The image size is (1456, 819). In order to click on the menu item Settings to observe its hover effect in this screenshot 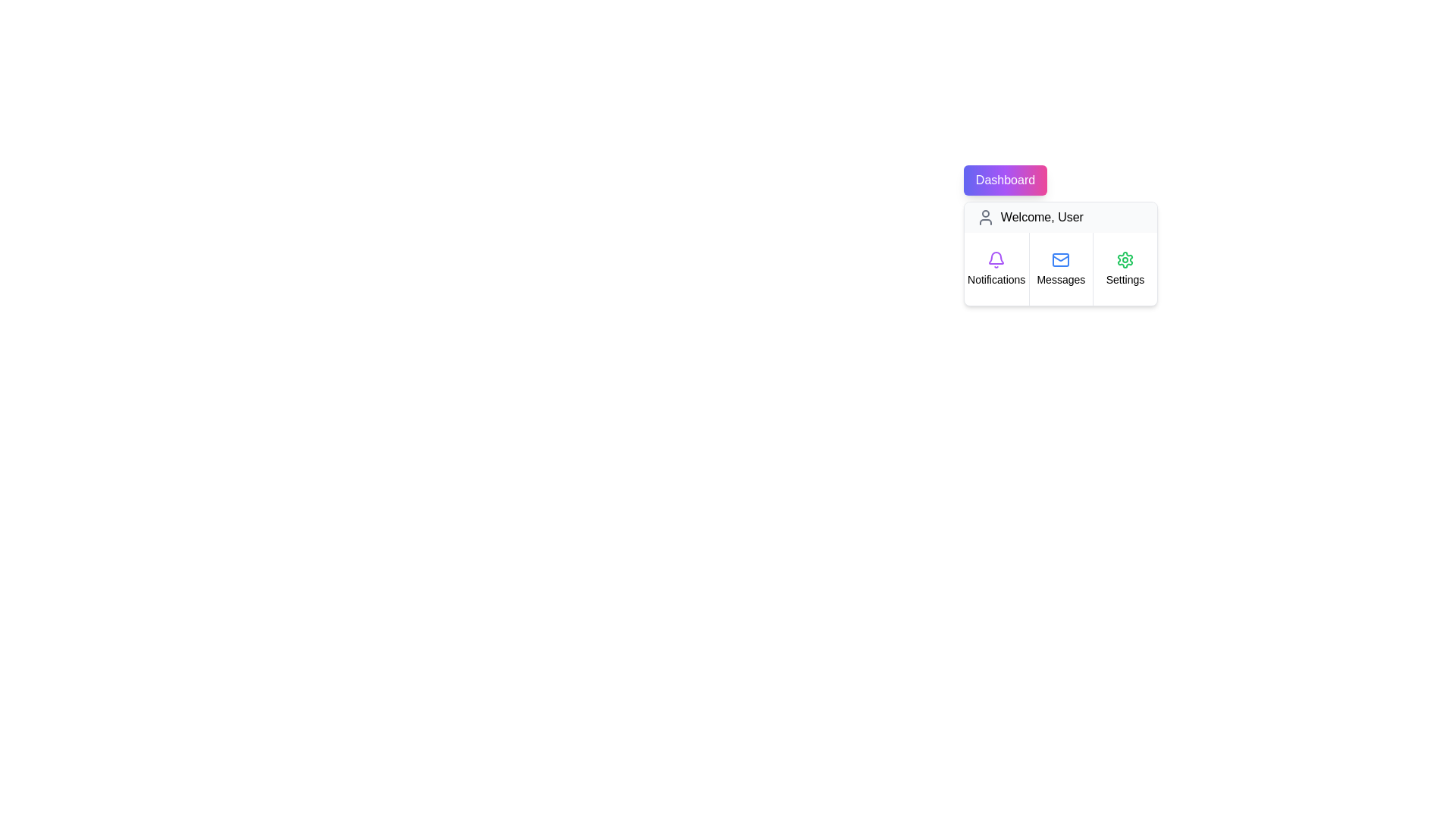, I will do `click(1125, 268)`.